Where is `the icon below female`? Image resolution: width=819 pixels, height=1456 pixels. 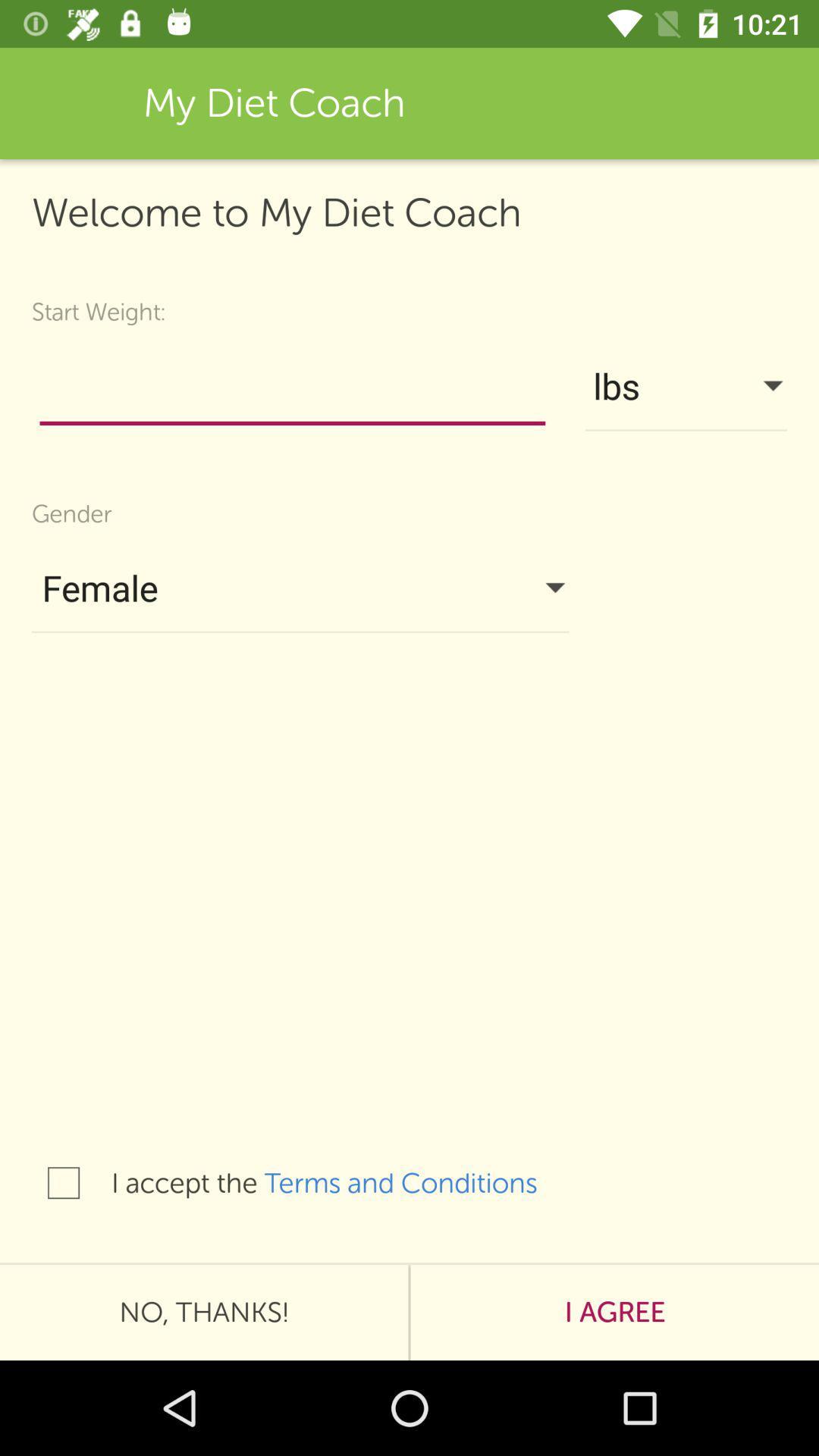 the icon below female is located at coordinates (416, 1182).